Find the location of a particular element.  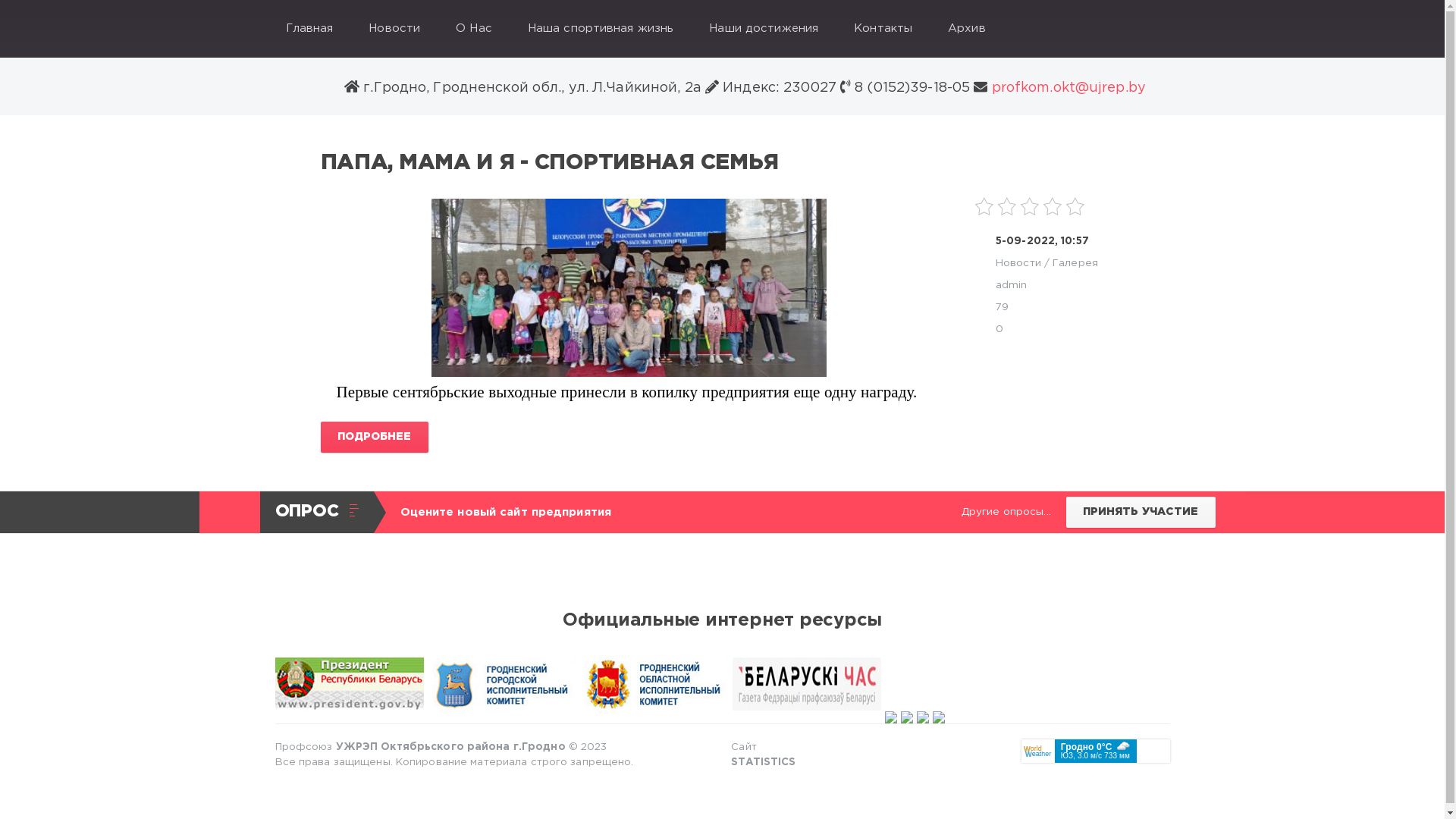

'5' is located at coordinates (1074, 206).